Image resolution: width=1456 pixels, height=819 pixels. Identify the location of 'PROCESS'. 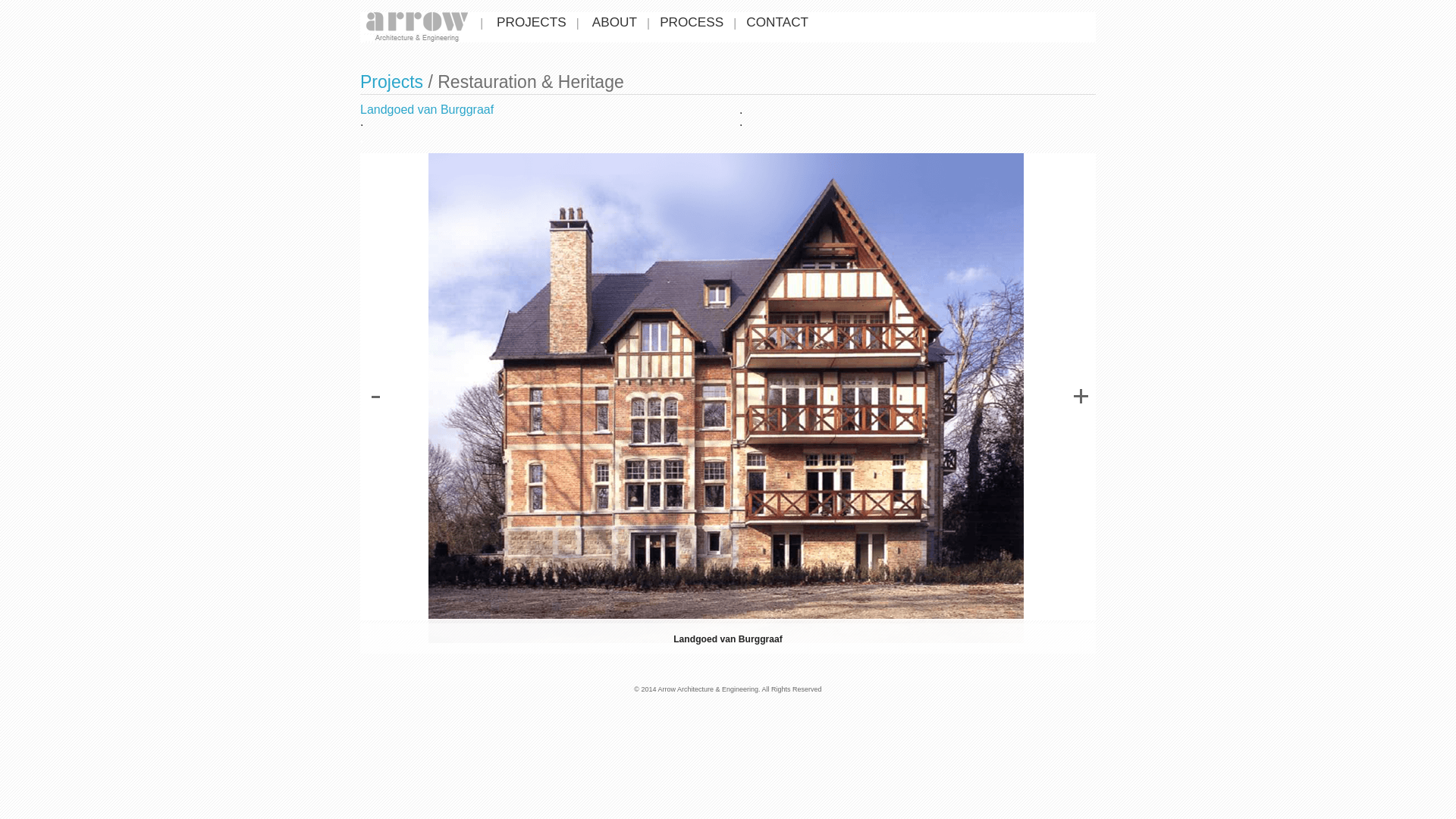
(691, 22).